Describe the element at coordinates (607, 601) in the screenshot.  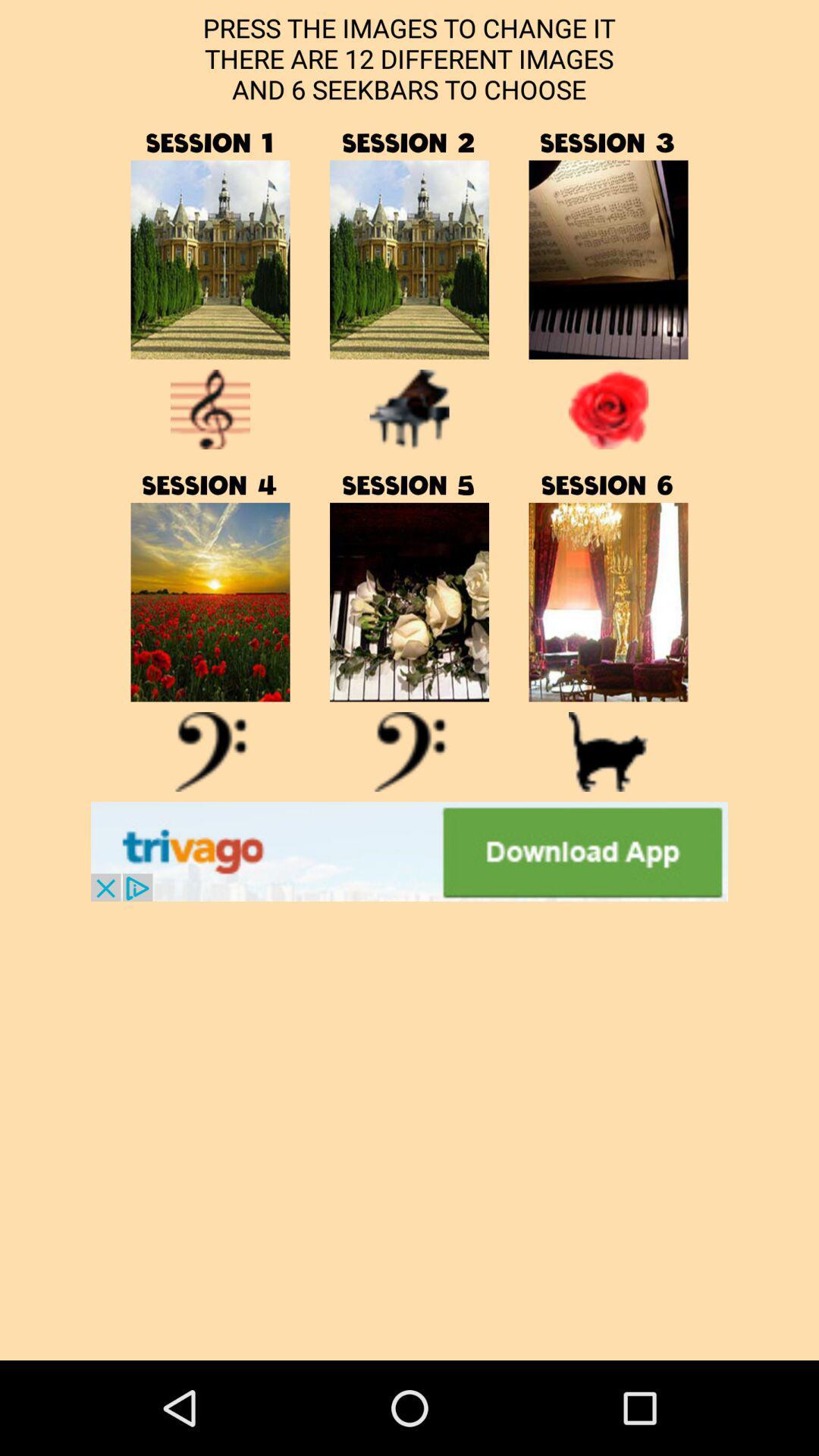
I see `a link to a directory` at that location.